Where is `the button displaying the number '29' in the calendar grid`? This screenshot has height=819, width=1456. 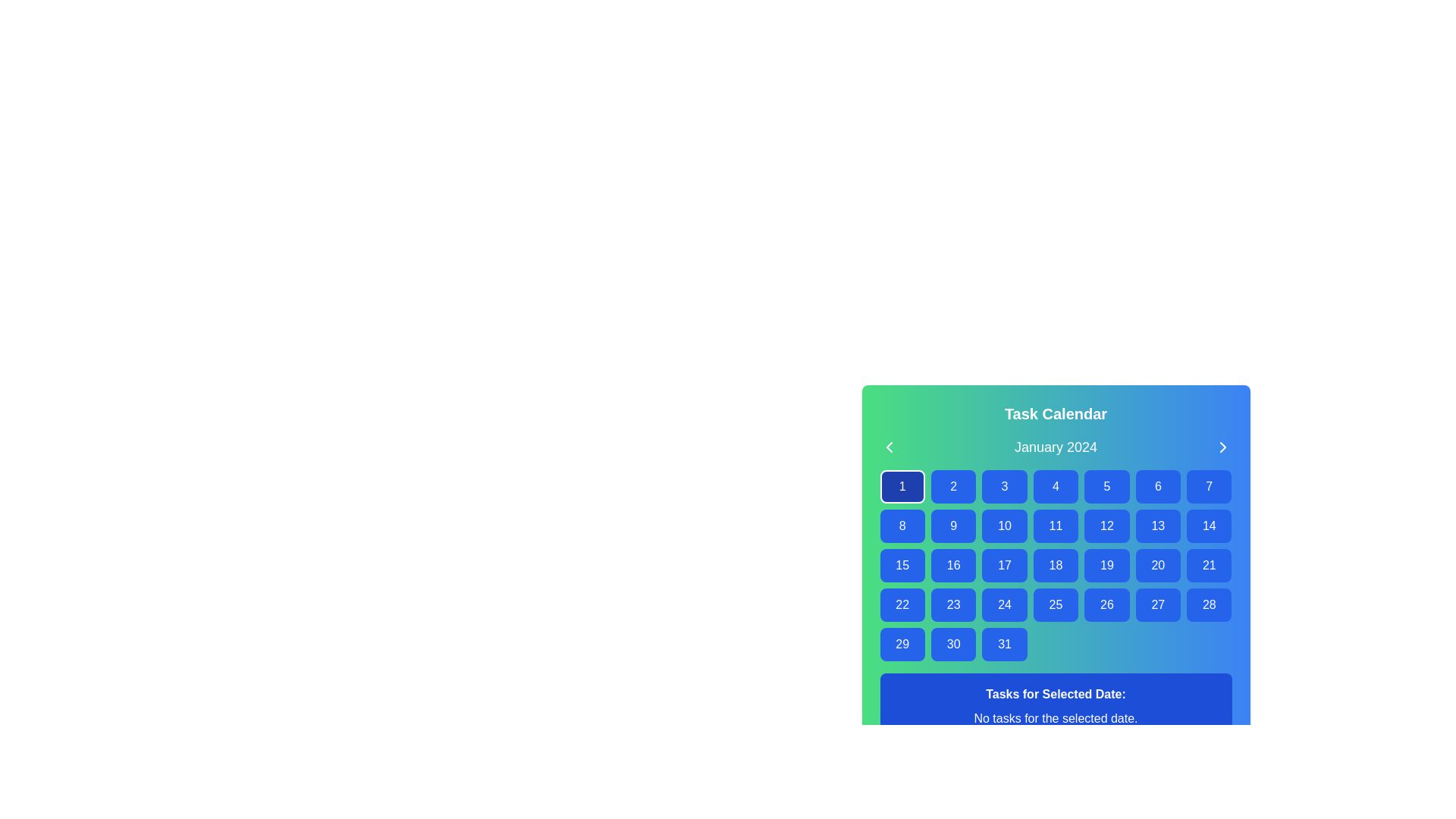 the button displaying the number '29' in the calendar grid is located at coordinates (902, 644).